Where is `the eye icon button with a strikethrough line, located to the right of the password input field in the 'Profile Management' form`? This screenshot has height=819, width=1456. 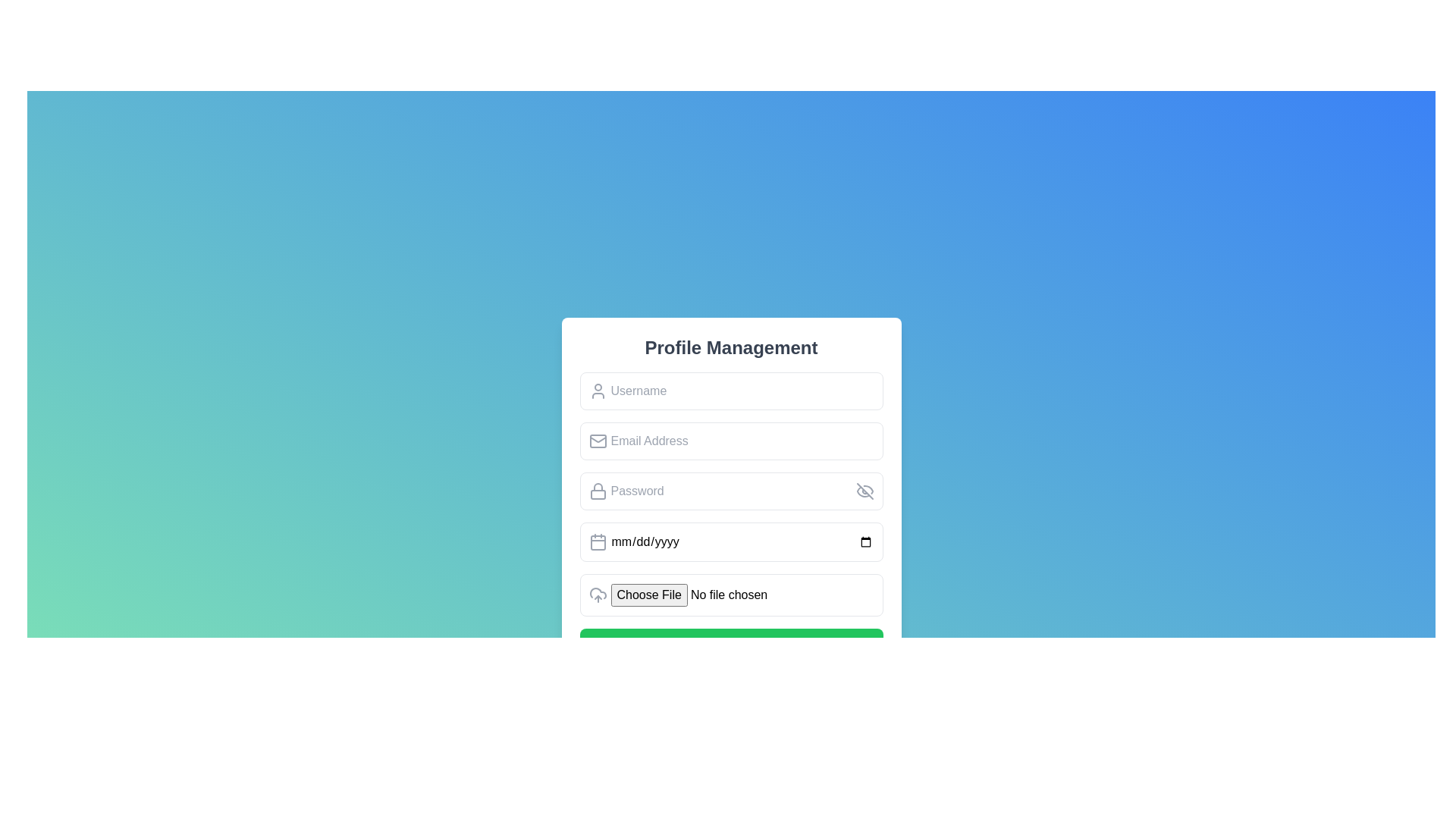
the eye icon button with a strikethrough line, located to the right of the password input field in the 'Profile Management' form is located at coordinates (864, 491).